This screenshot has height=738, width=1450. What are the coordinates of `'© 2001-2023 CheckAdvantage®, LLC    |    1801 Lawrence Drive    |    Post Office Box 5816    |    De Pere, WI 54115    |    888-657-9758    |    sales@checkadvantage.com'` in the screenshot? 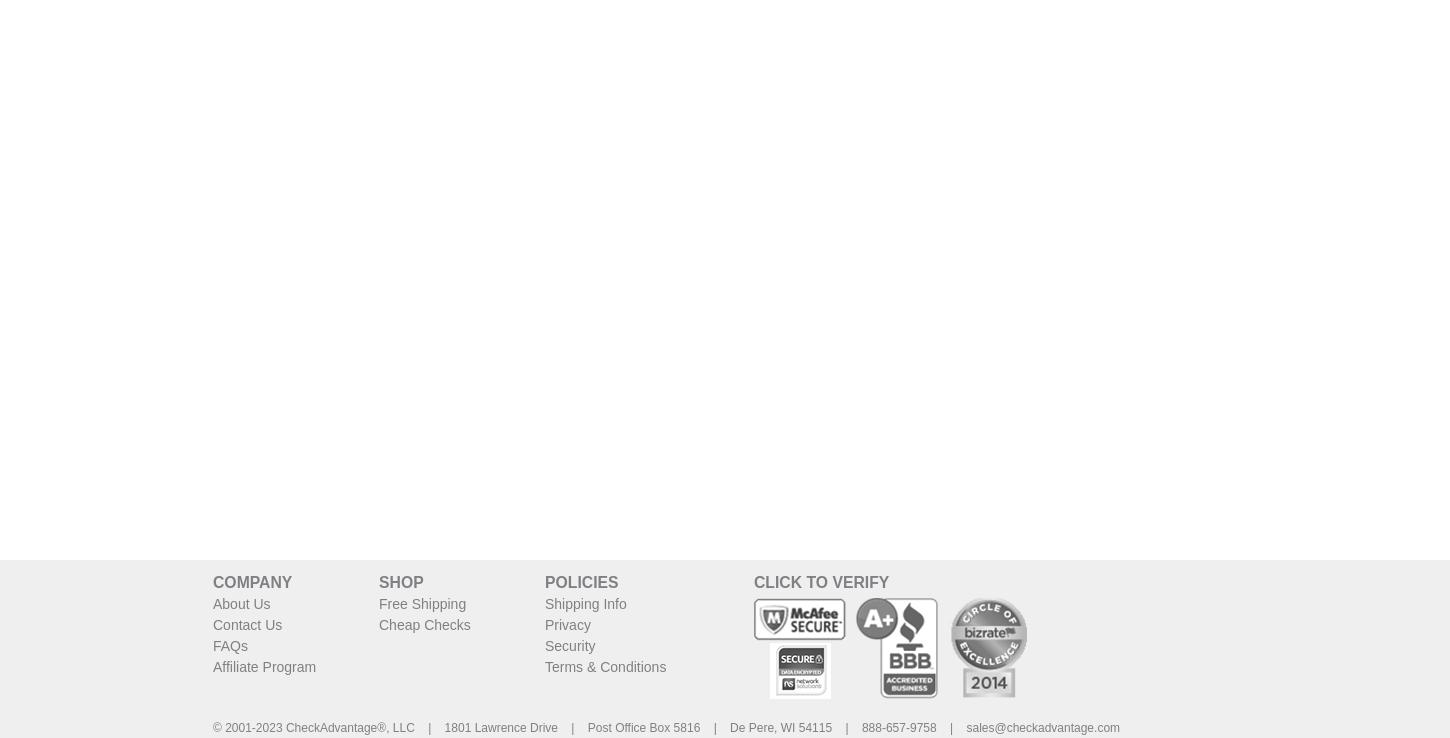 It's located at (665, 727).